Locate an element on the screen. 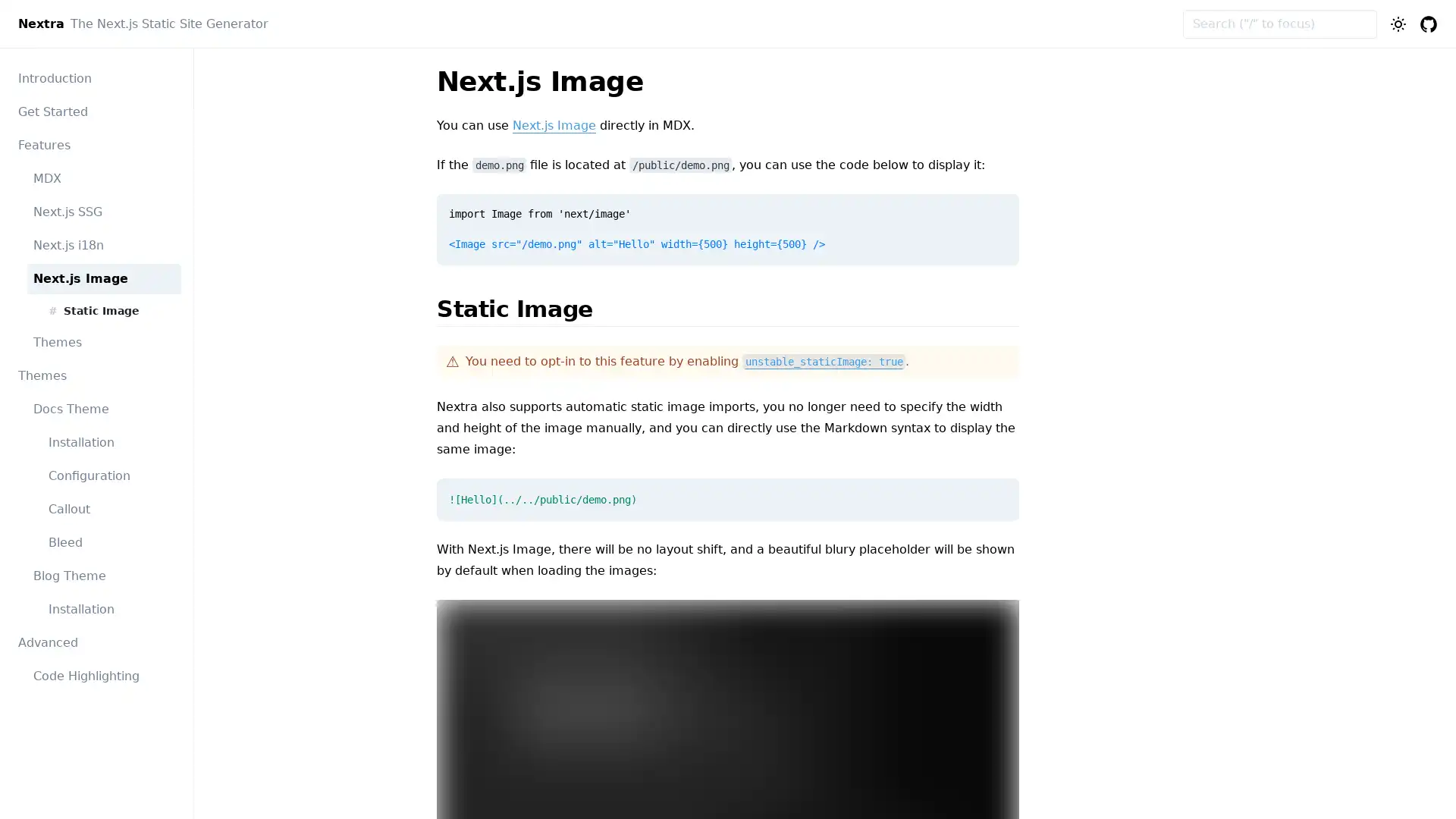 This screenshot has height=819, width=1456. Blog Theme is located at coordinates (103, 576).